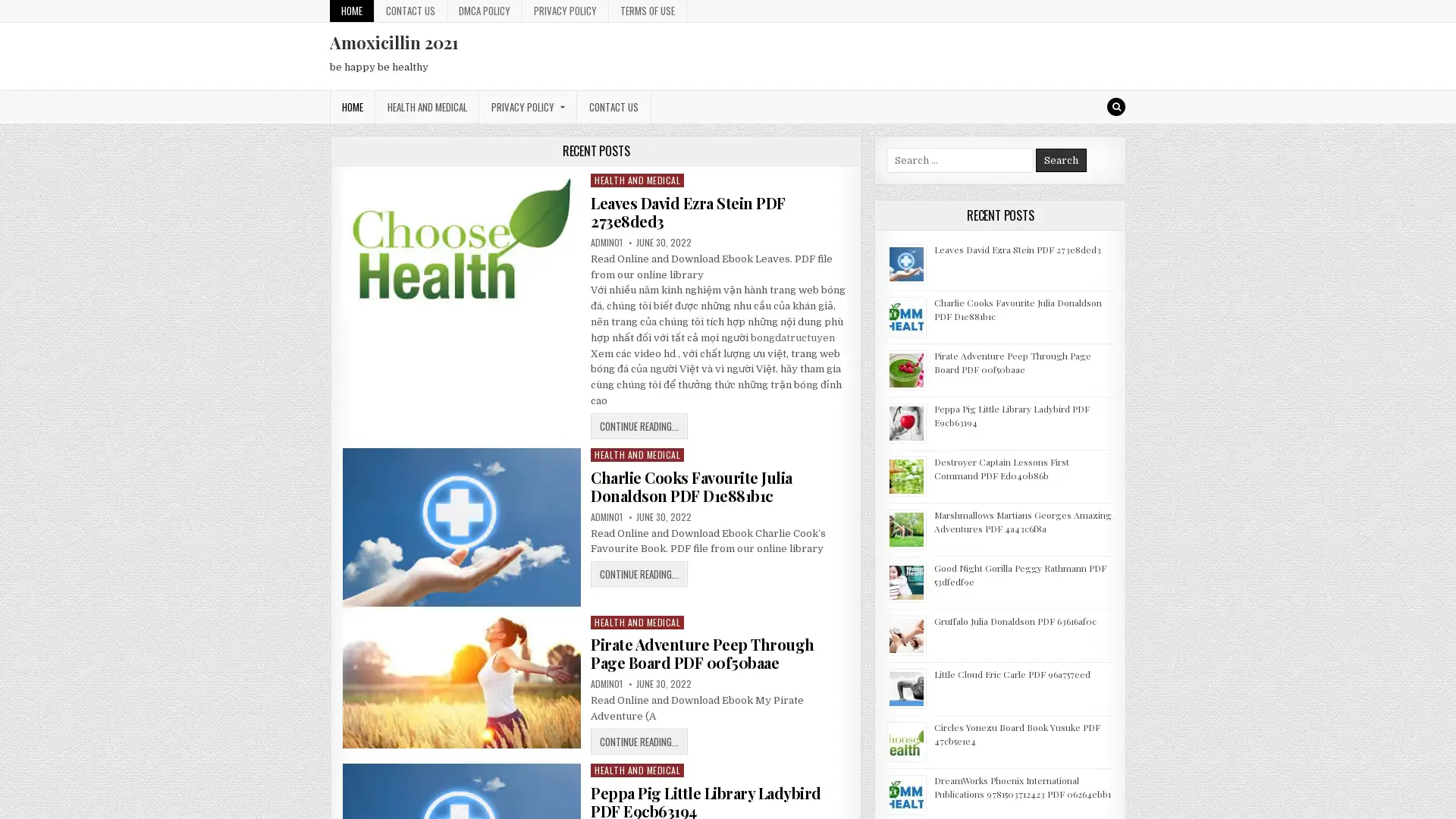 The height and width of the screenshot is (819, 1456). Describe the element at coordinates (1060, 160) in the screenshot. I see `Search` at that location.